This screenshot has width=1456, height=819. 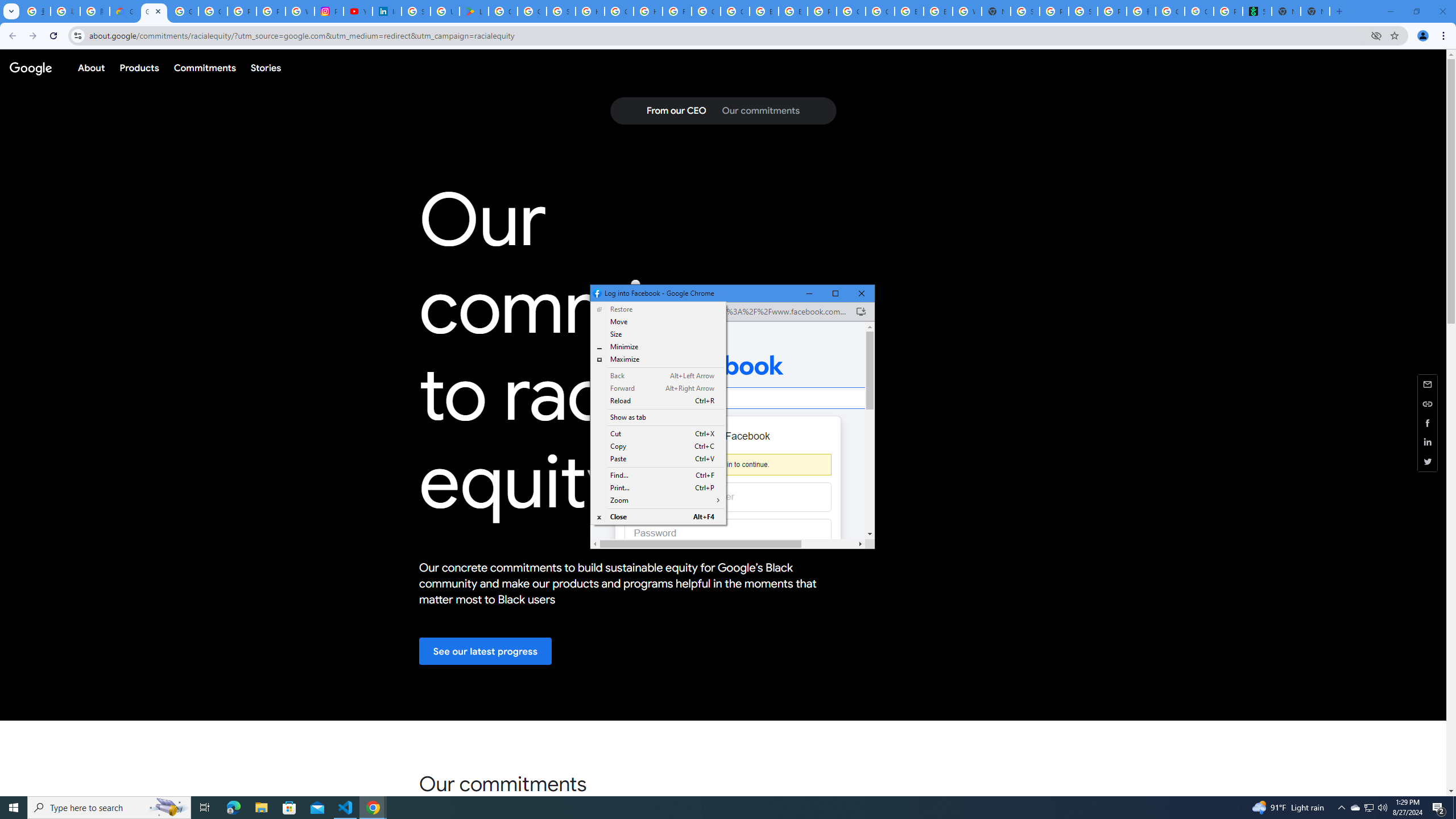 I want to click on 'Facebook', so click(x=728, y=365).